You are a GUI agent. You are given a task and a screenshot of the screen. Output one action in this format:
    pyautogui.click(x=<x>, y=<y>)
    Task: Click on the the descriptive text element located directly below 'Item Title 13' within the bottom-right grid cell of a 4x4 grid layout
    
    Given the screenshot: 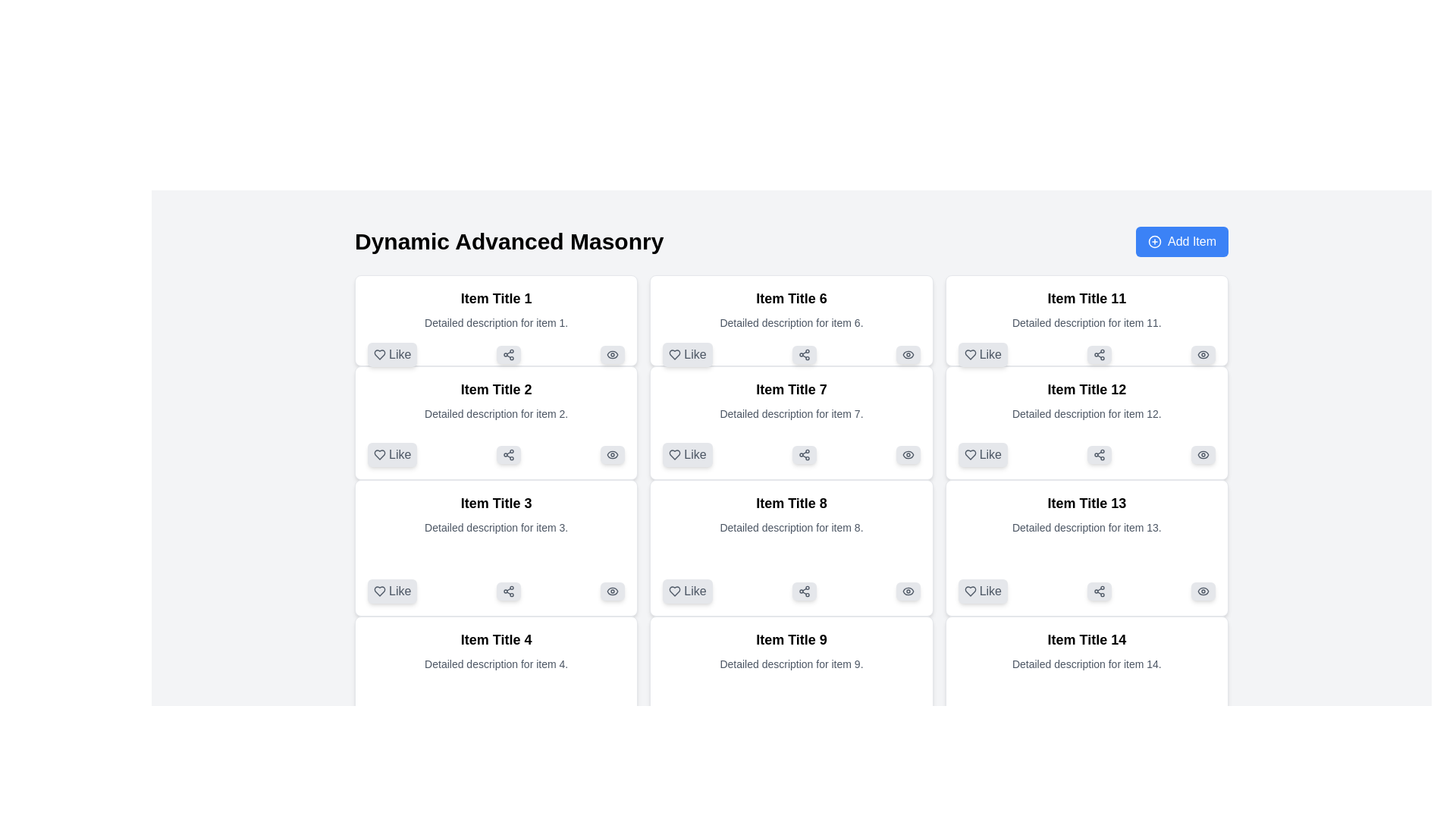 What is the action you would take?
    pyautogui.click(x=1086, y=526)
    